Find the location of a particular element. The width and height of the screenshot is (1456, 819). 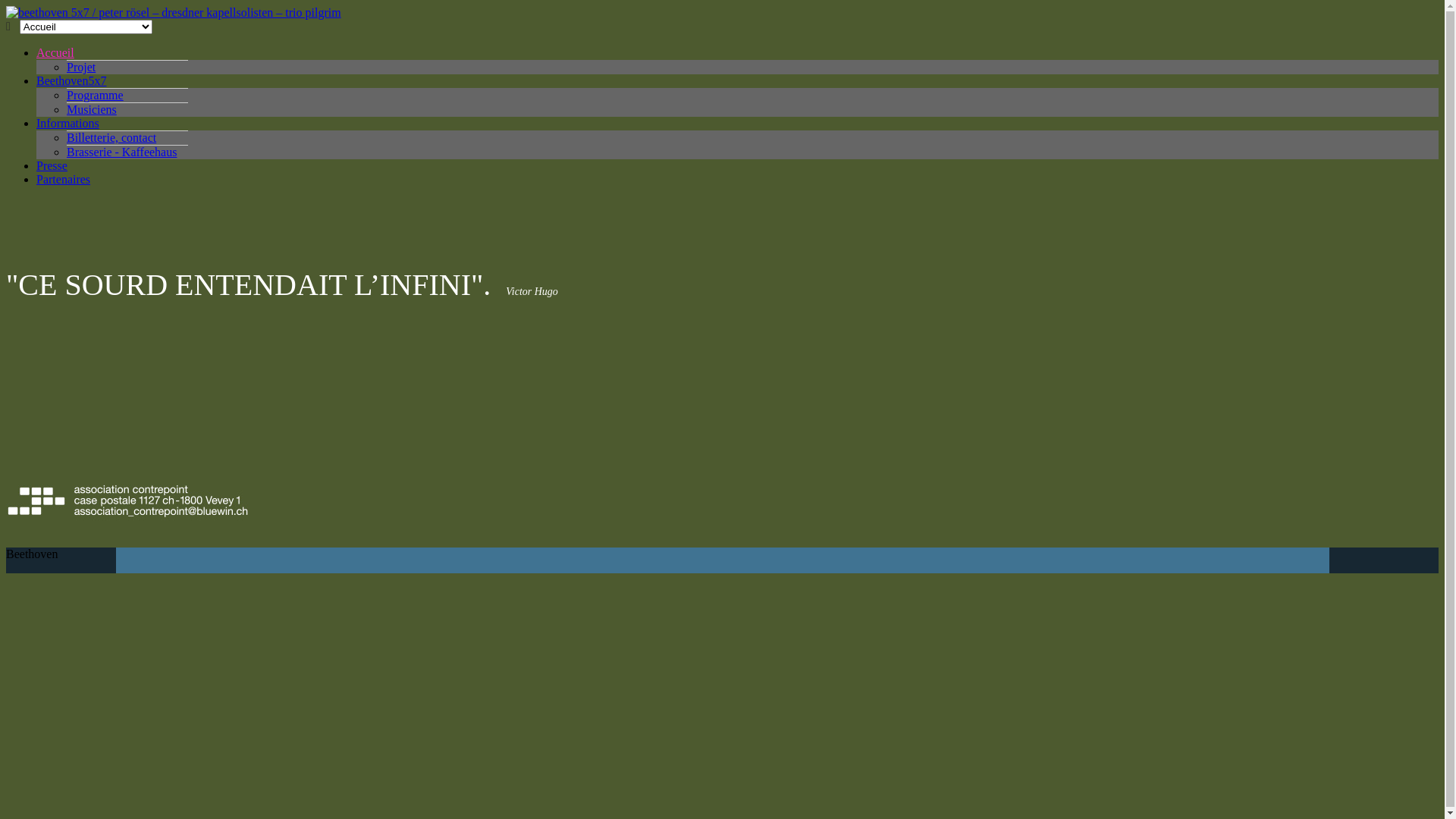

'Programme' is located at coordinates (94, 95).